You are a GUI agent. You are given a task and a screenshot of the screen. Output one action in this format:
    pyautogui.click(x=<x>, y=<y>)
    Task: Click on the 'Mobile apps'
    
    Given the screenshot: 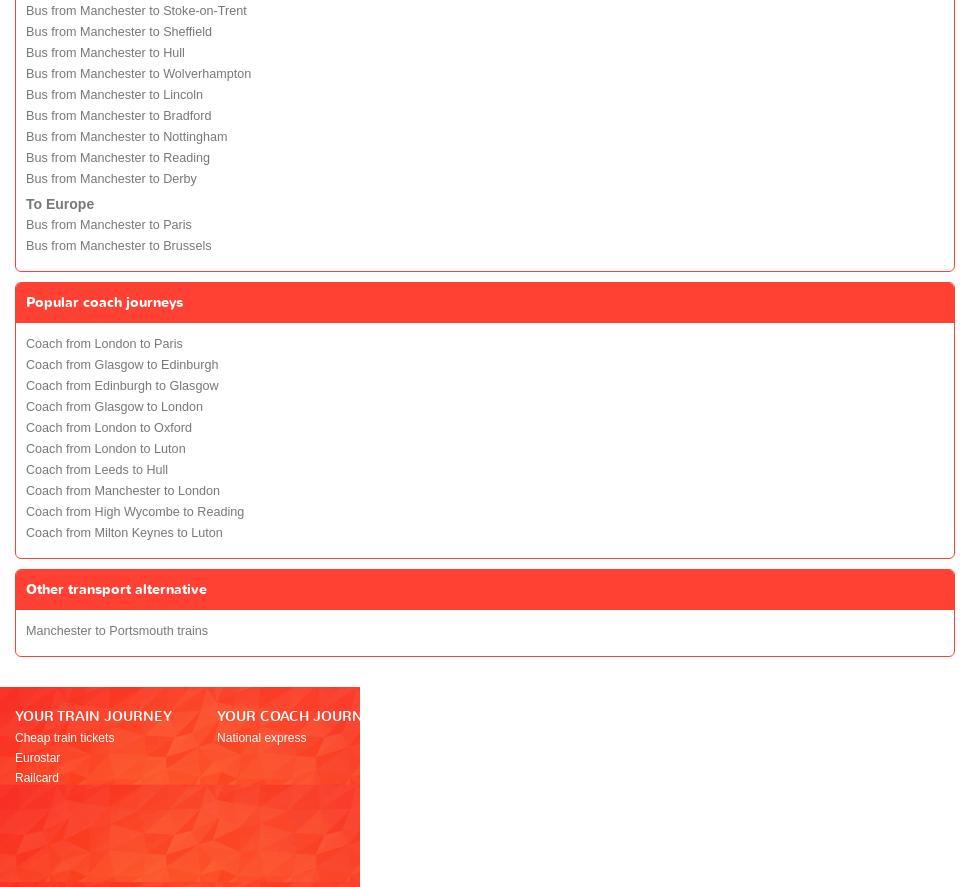 What is the action you would take?
    pyautogui.click(x=620, y=817)
    